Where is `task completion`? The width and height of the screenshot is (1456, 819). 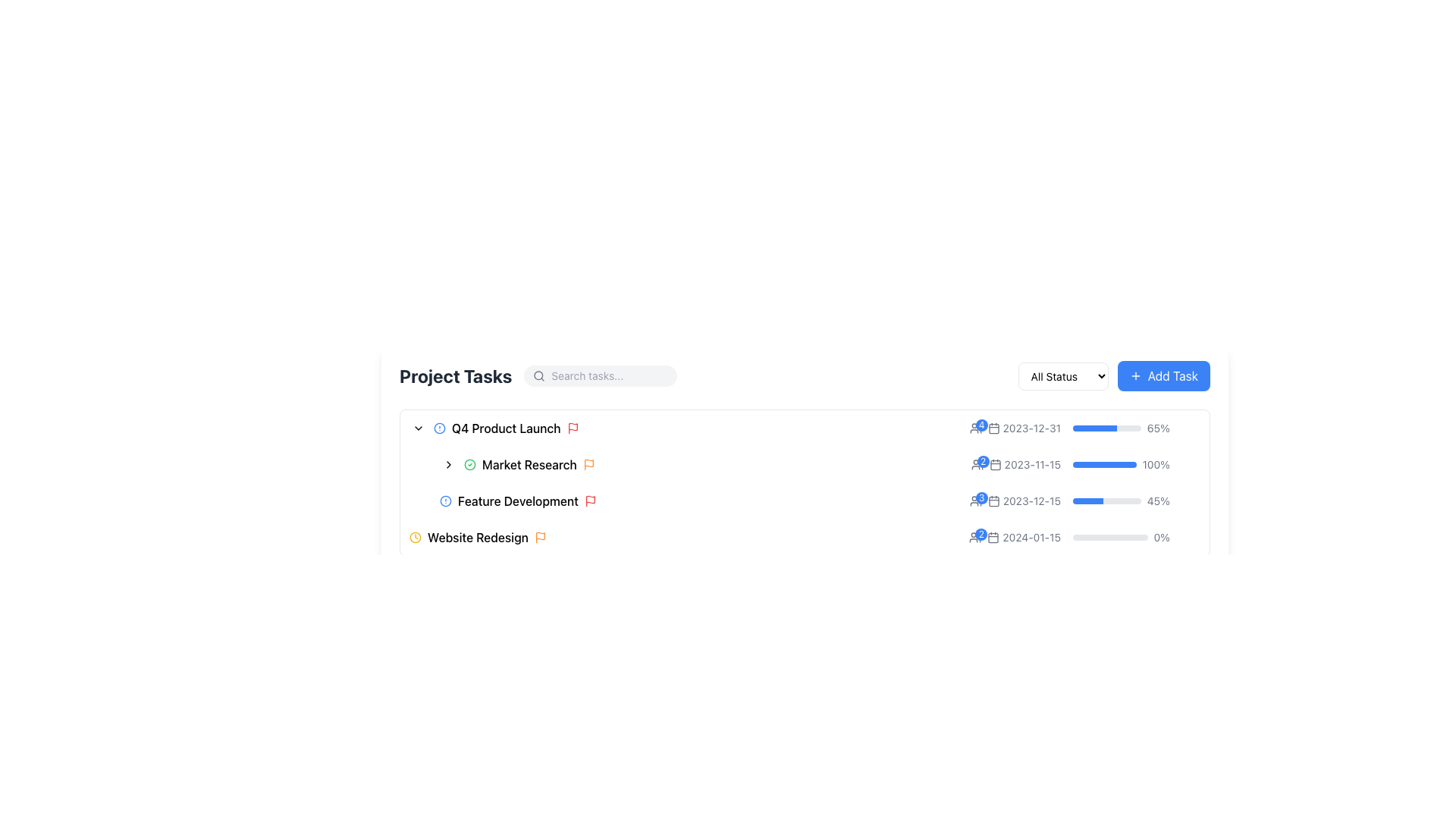 task completion is located at coordinates (1084, 428).